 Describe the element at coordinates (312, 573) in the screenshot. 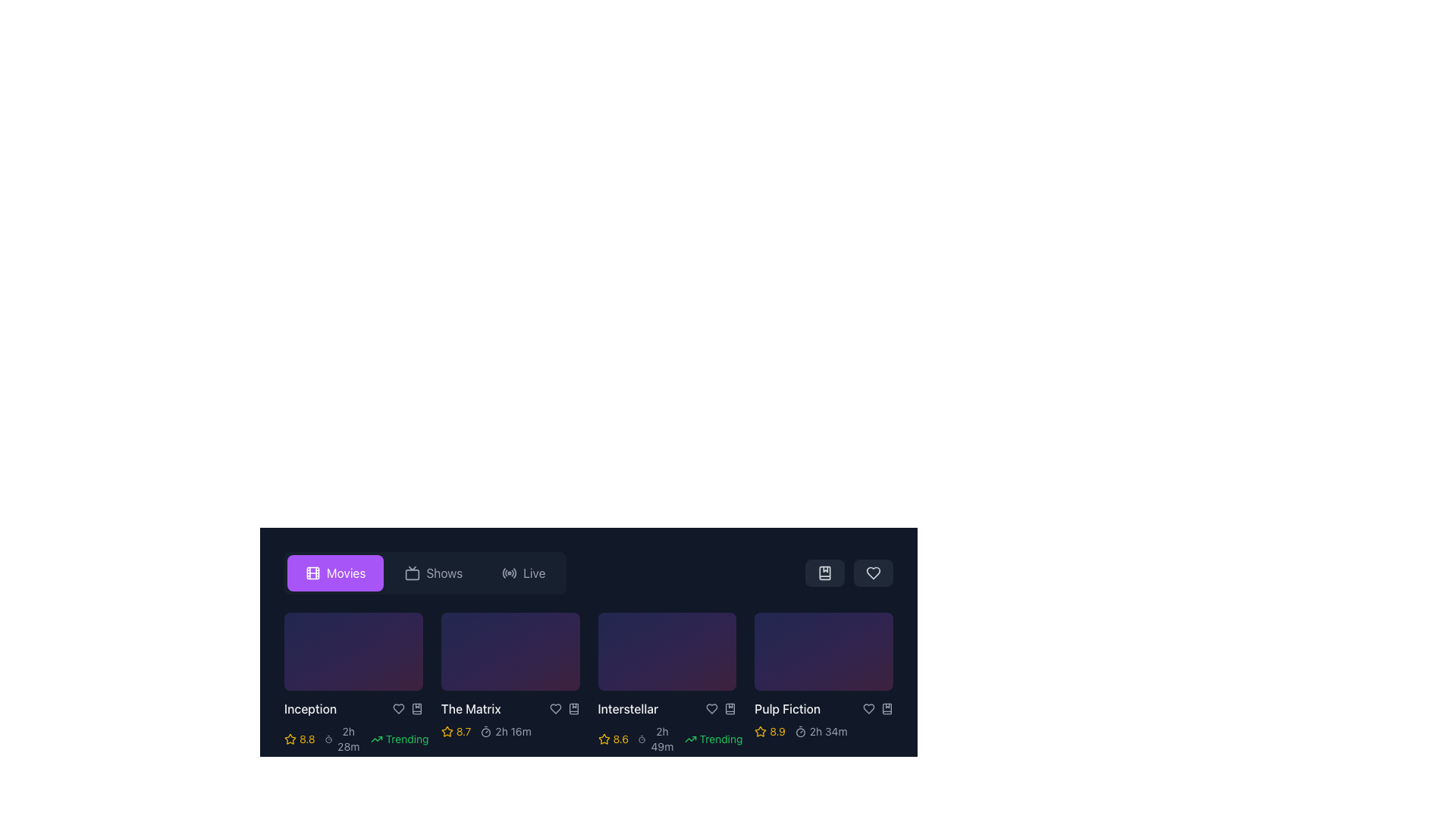

I see `the film reel icon with a purple background that is part of the 'Movies' button in the navigation bar` at that location.